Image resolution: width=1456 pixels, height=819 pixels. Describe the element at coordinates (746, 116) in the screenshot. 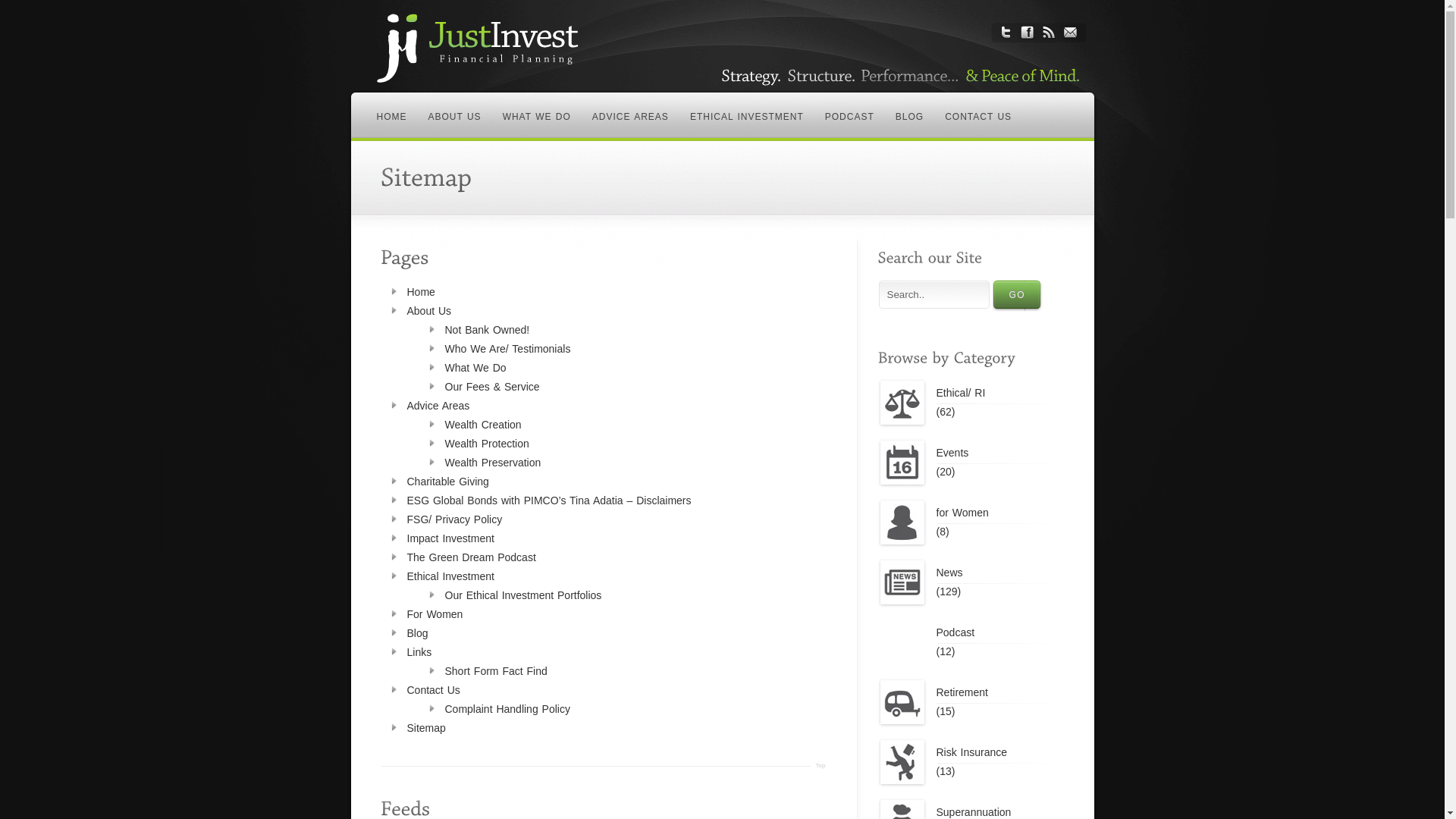

I see `'ETHICAL INVESTMENT'` at that location.